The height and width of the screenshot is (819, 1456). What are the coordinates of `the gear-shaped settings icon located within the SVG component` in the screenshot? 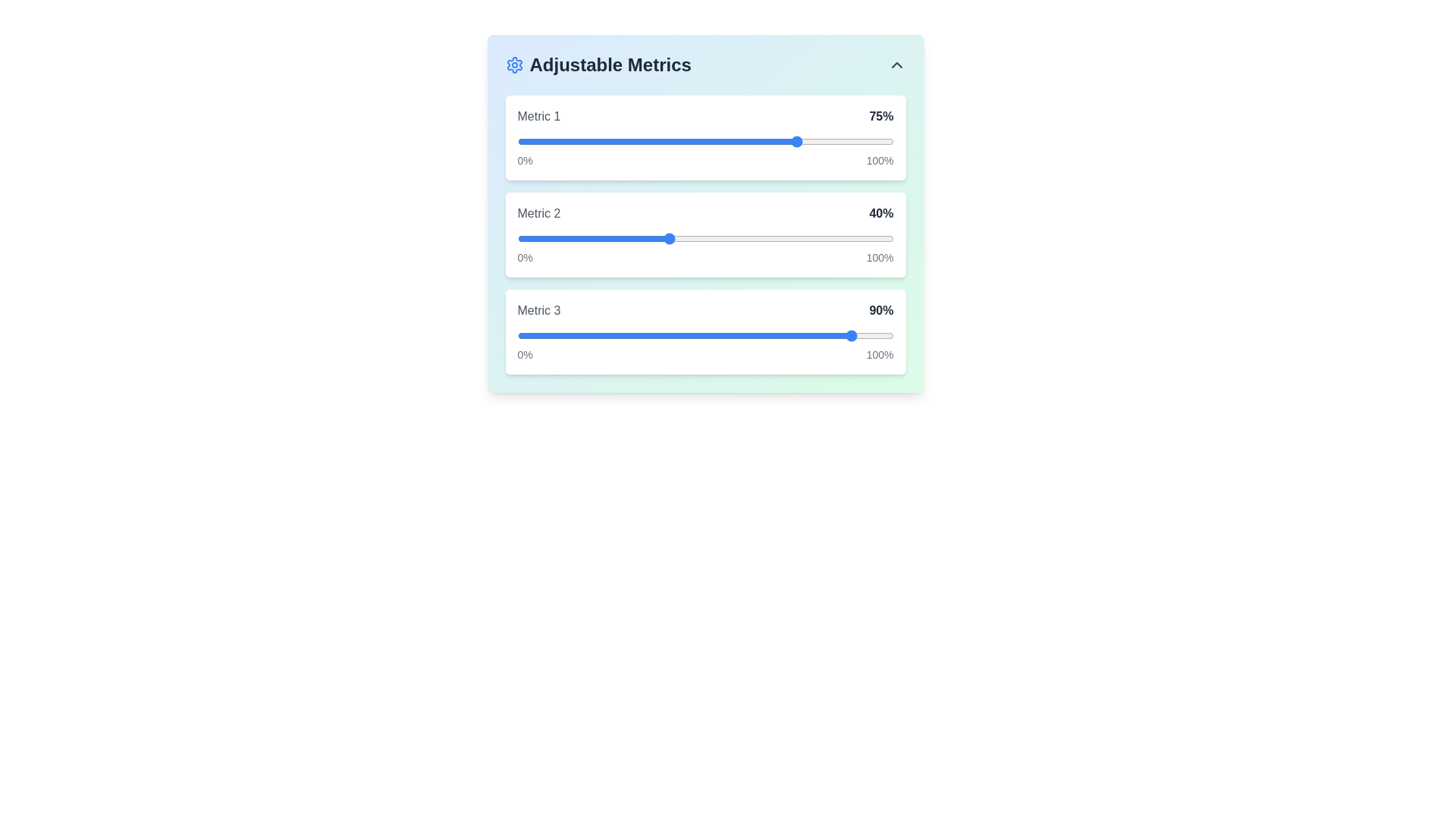 It's located at (514, 64).